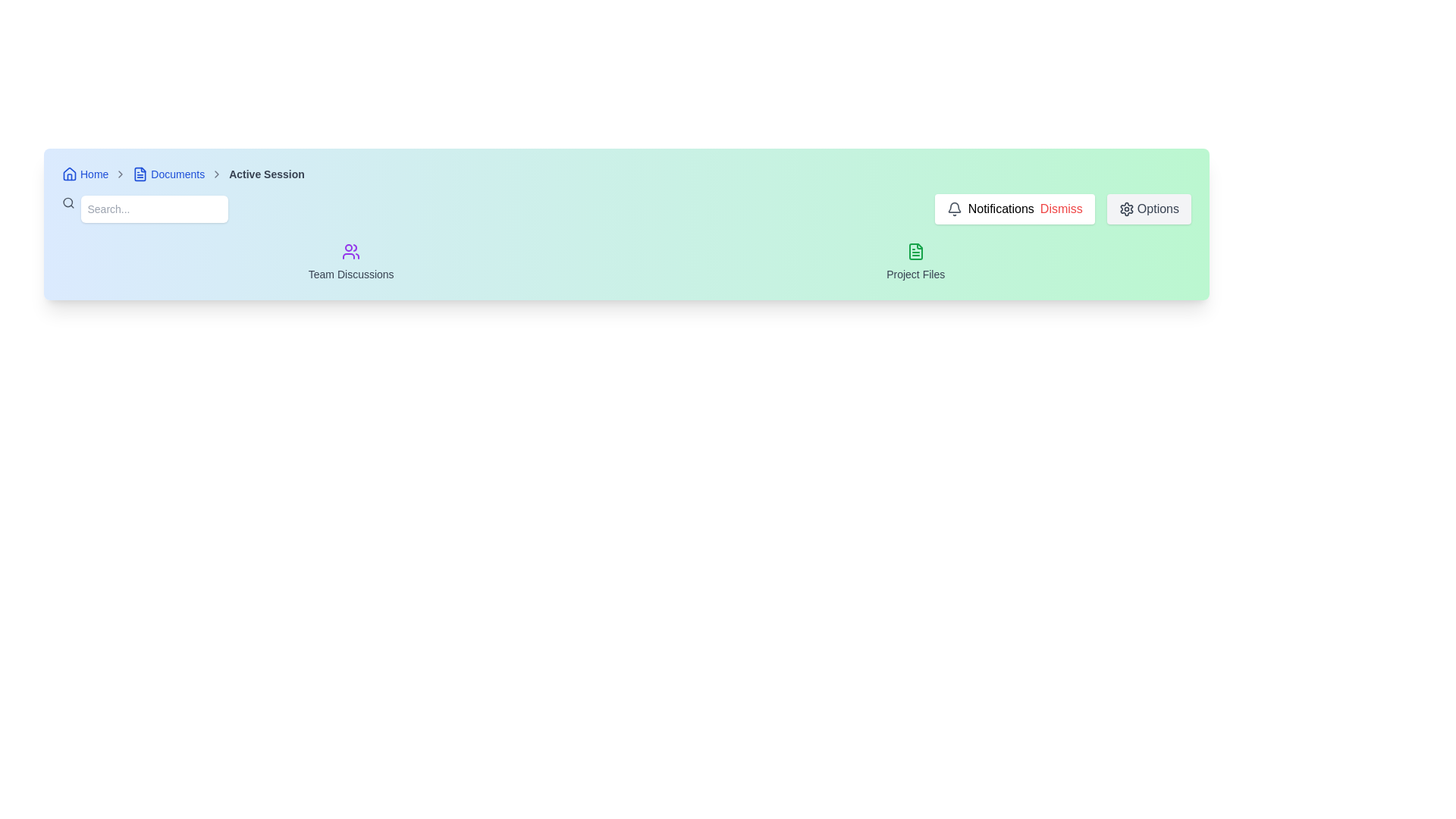  What do you see at coordinates (915, 250) in the screenshot?
I see `the project files access icon located centrally above the text 'Project Files' and to the right of the 'Options' button` at bounding box center [915, 250].